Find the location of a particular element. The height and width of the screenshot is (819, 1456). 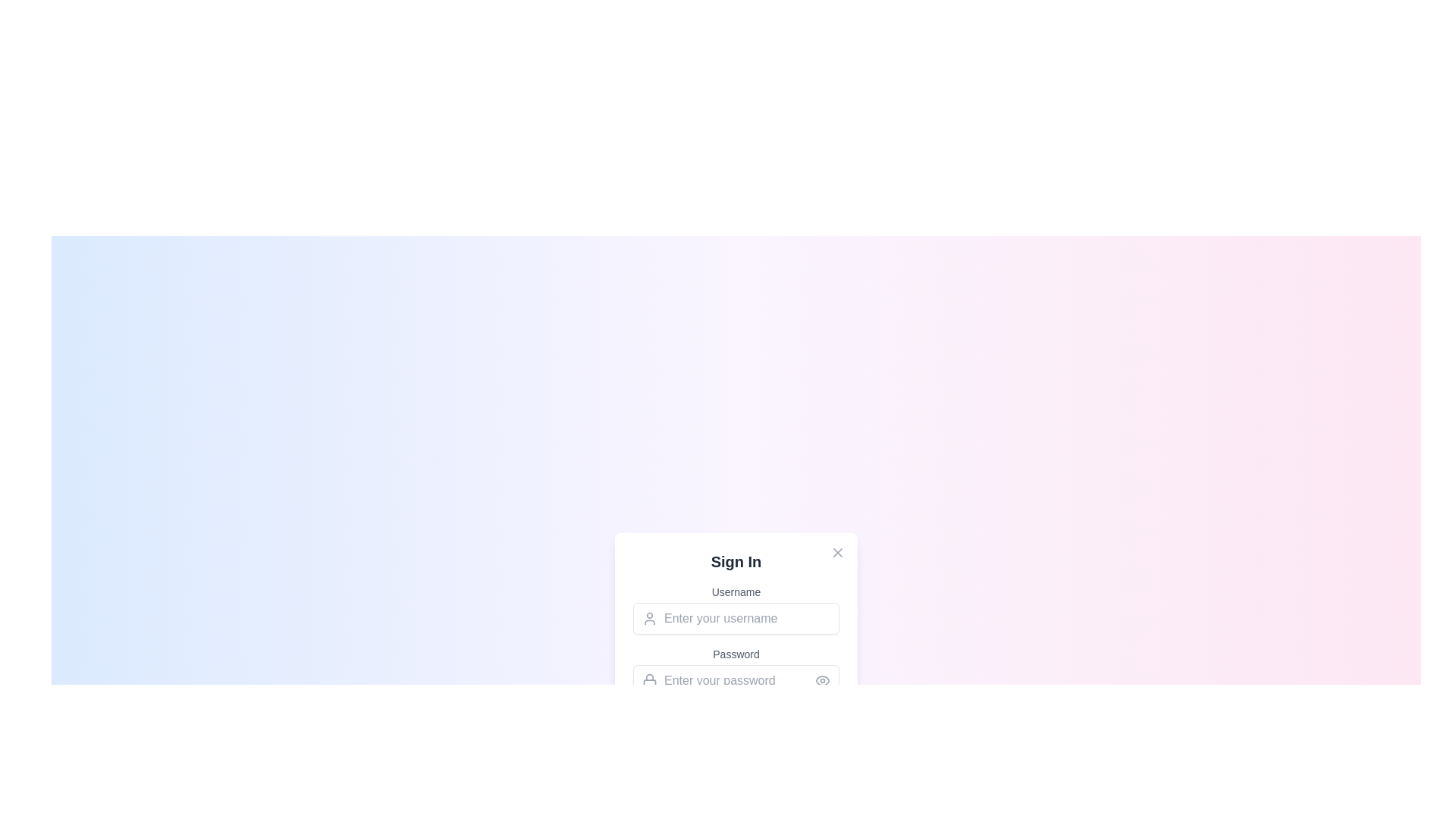

the 'Password' label, which is a small gray text label positioned centrally in the authentication modal above the password input field is located at coordinates (736, 654).